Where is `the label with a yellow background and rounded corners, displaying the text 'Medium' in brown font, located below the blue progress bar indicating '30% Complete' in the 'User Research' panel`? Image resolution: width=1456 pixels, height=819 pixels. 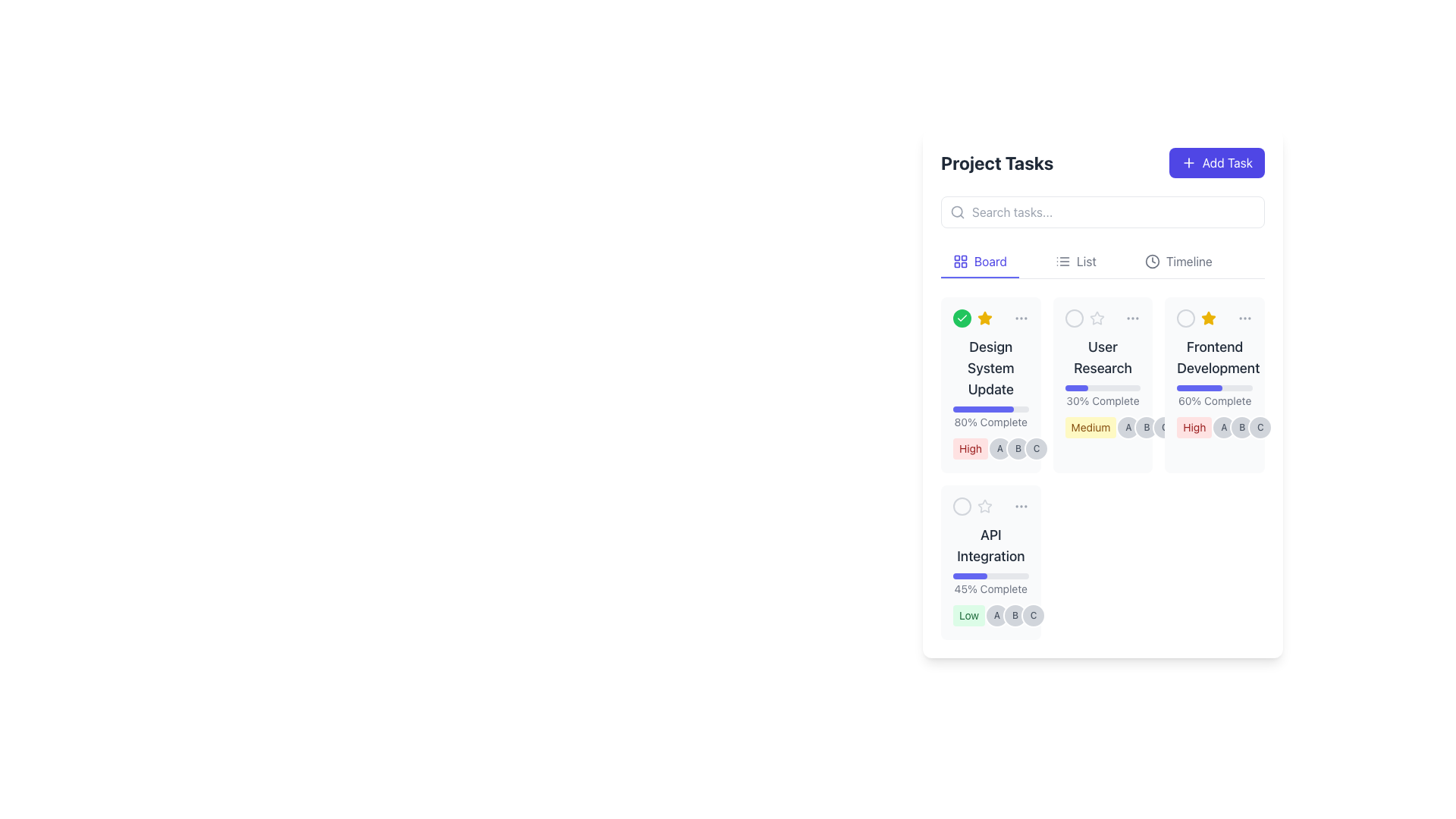 the label with a yellow background and rounded corners, displaying the text 'Medium' in brown font, located below the blue progress bar indicating '30% Complete' in the 'User Research' panel is located at coordinates (1090, 427).